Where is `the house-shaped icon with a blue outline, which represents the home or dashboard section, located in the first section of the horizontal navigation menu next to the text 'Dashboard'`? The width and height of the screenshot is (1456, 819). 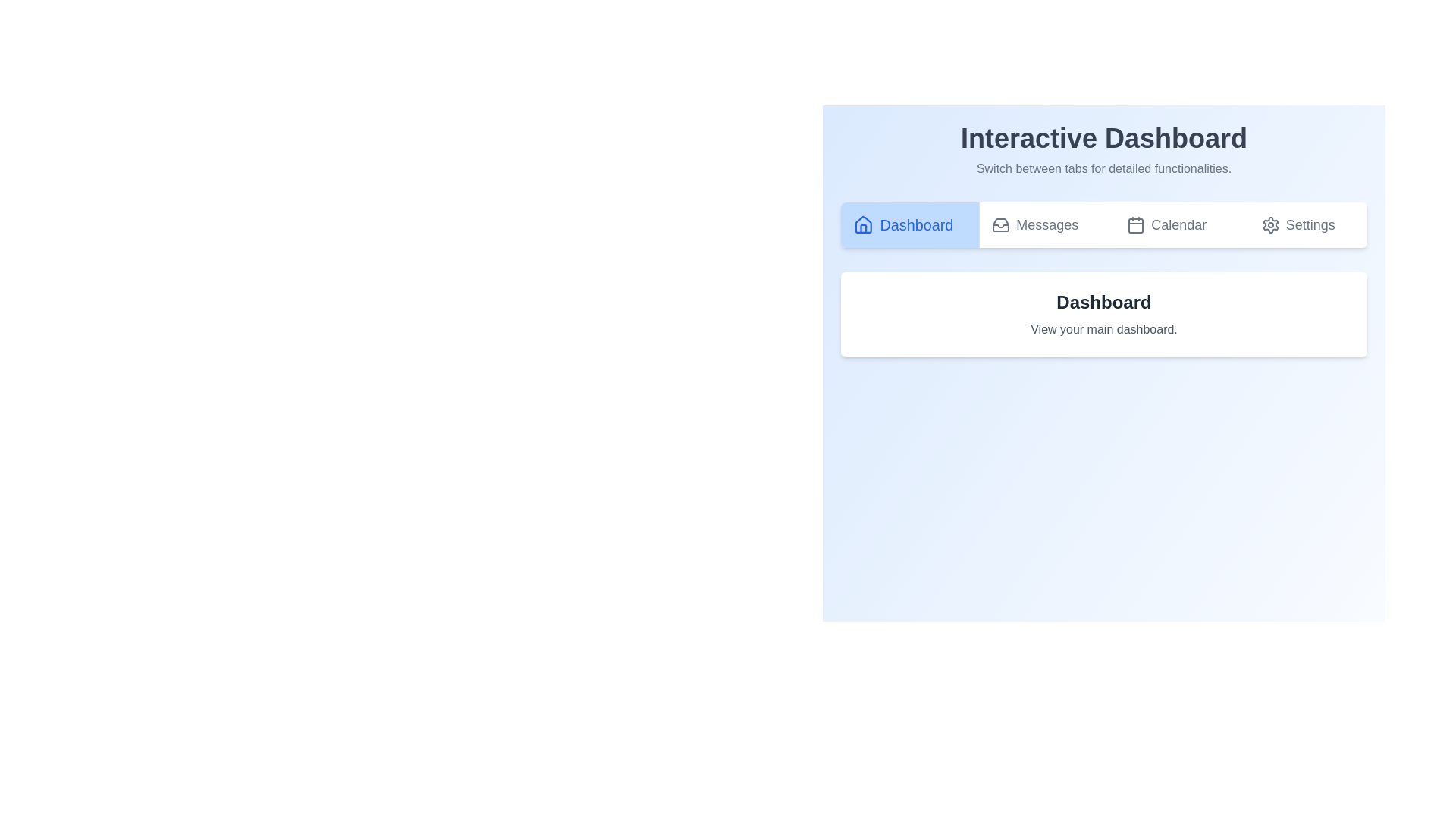 the house-shaped icon with a blue outline, which represents the home or dashboard section, located in the first section of the horizontal navigation menu next to the text 'Dashboard' is located at coordinates (863, 224).